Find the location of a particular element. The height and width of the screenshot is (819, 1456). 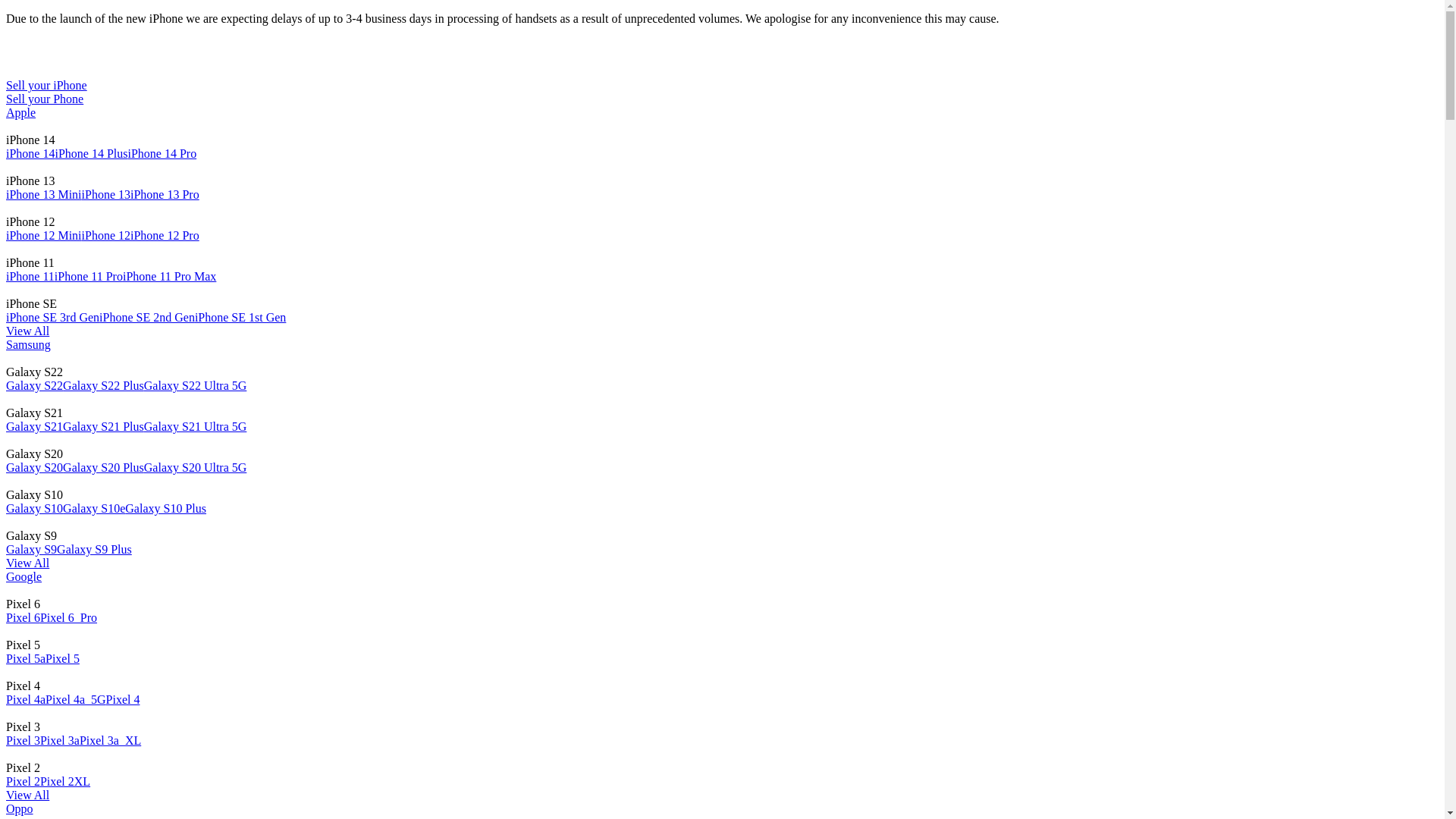

'Pixel 2XL' is located at coordinates (64, 781).